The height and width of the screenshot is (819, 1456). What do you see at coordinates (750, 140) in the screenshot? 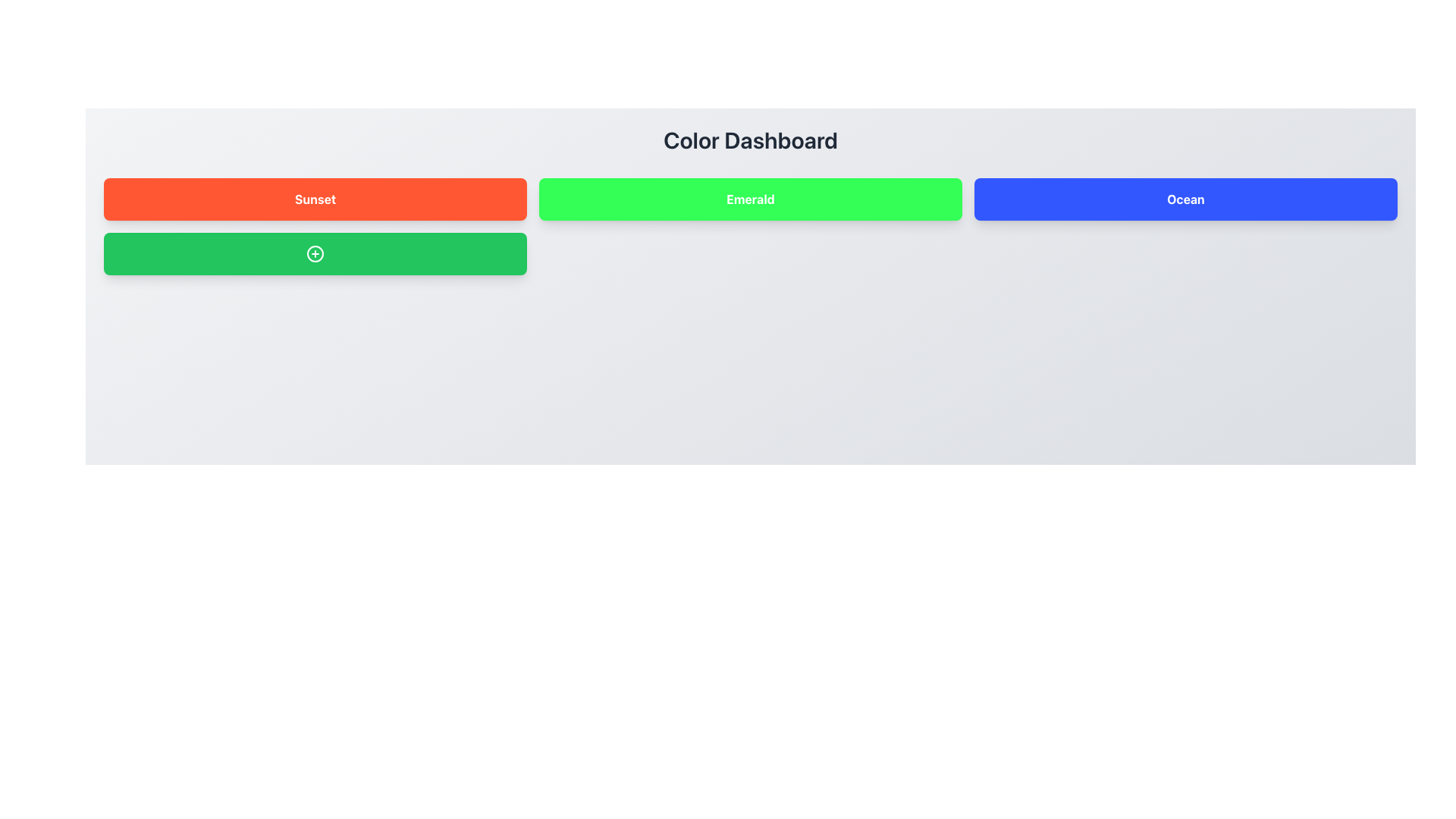
I see `the Text label at the top center of the dashboard, which serves as the title or heading for the interface` at bounding box center [750, 140].